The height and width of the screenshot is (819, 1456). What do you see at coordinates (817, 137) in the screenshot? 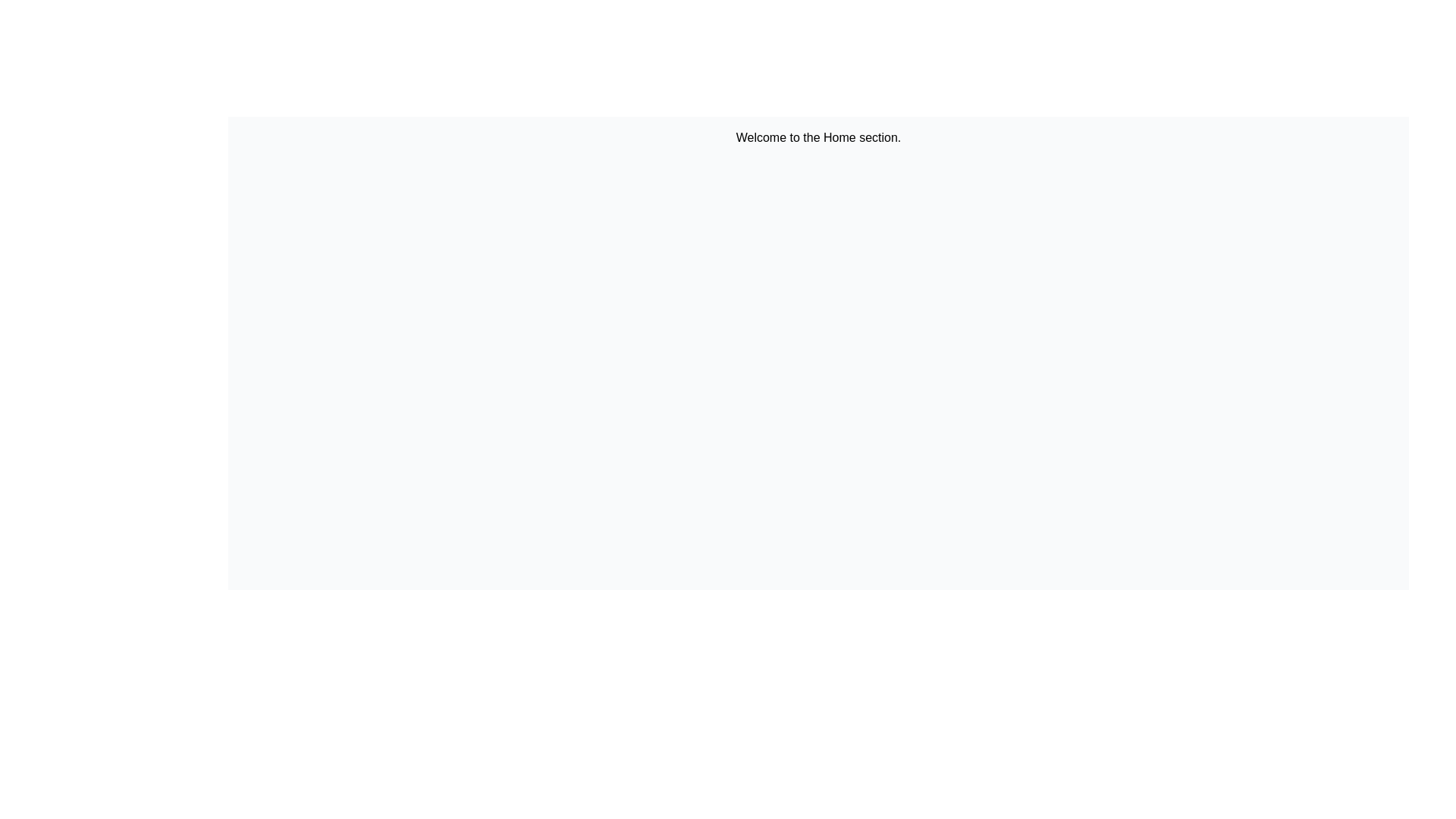
I see `the welcome message static text element located at the top of the home section, which serves as the title for the application` at bounding box center [817, 137].